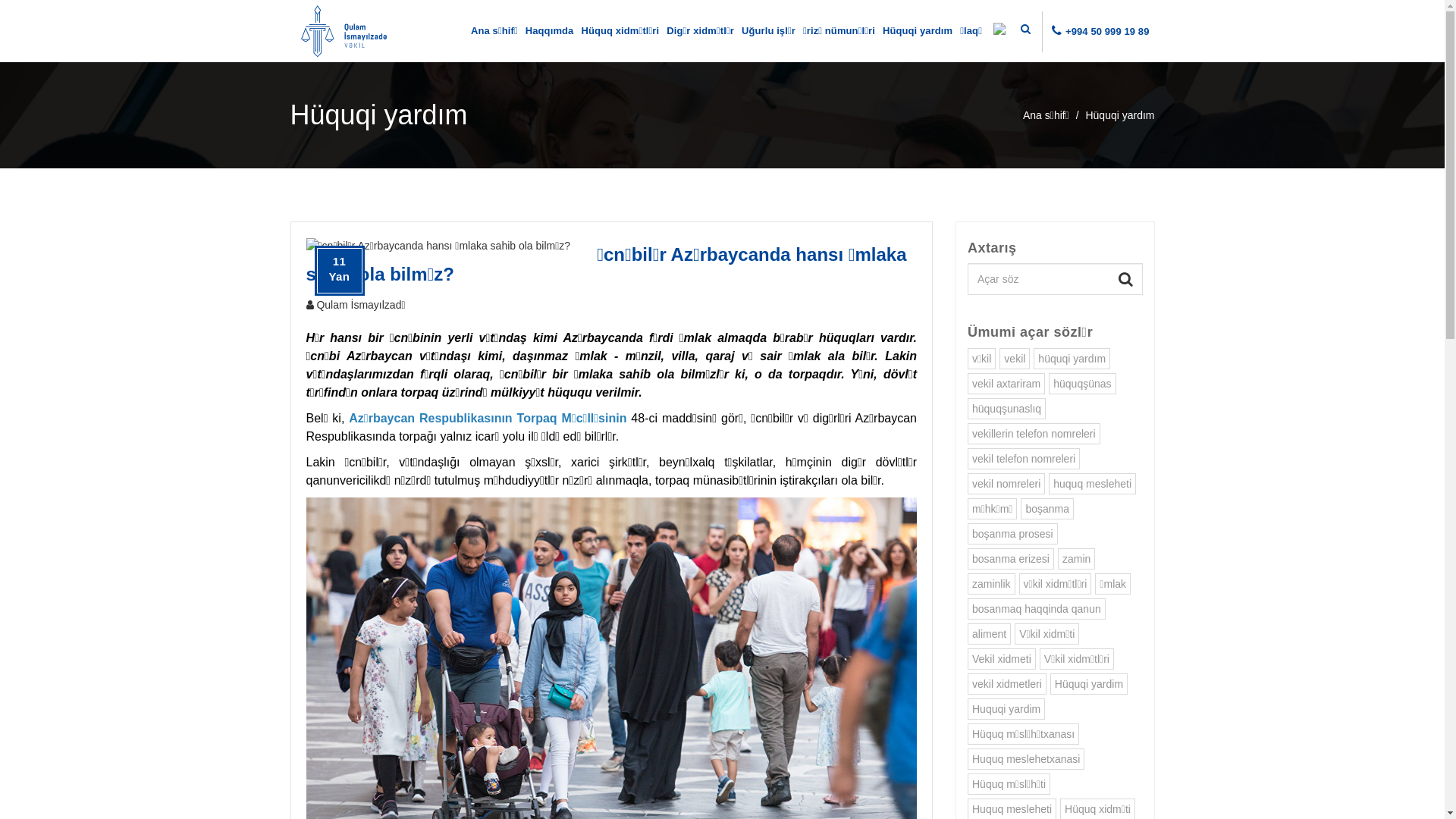 The height and width of the screenshot is (819, 1456). Describe the element at coordinates (967, 483) in the screenshot. I see `'vekil nomreleri'` at that location.